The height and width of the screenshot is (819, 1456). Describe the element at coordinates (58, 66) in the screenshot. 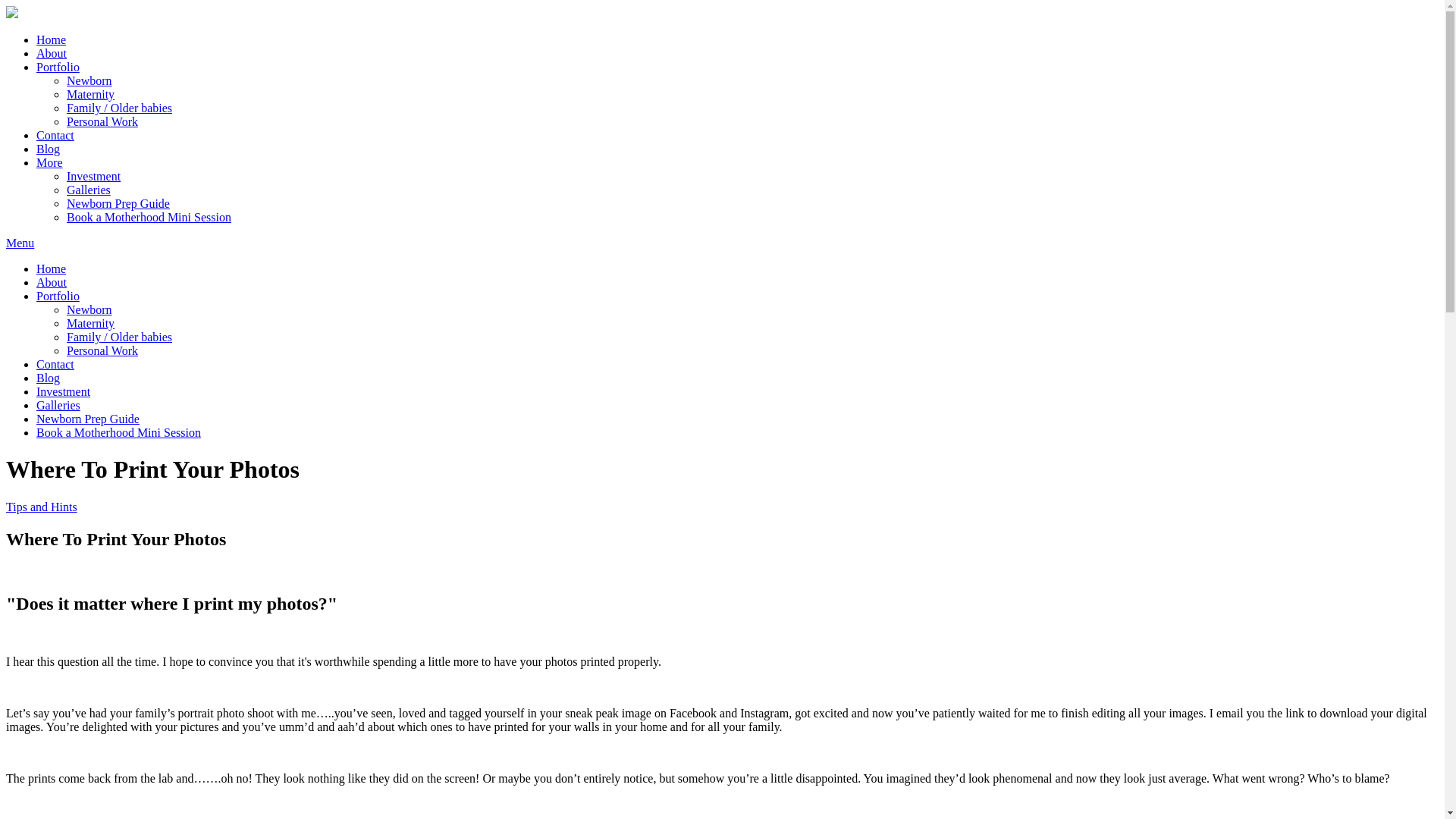

I see `'Portfolio'` at that location.